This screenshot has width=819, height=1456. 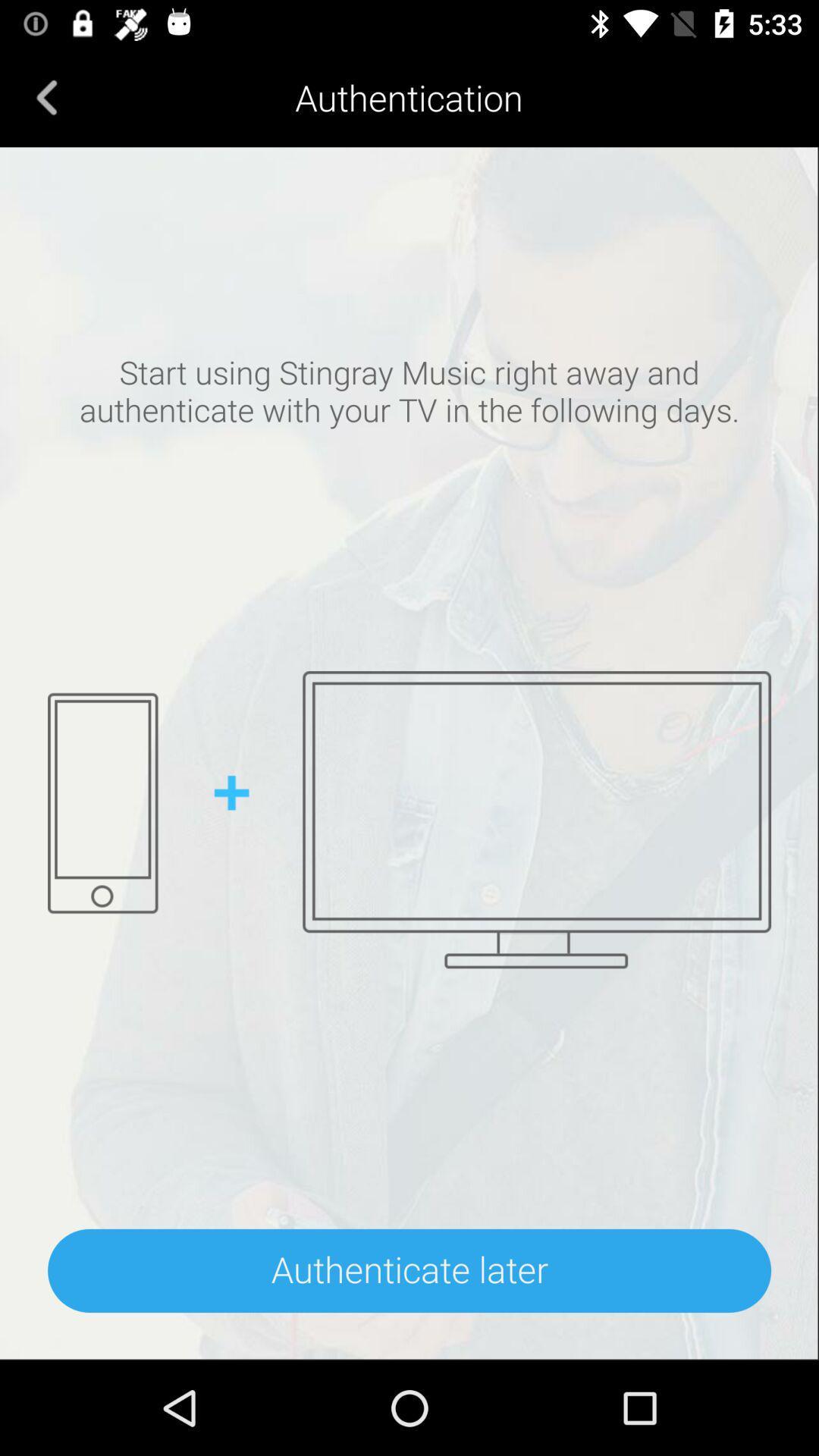 What do you see at coordinates (46, 96) in the screenshot?
I see `the icon at the top left corner` at bounding box center [46, 96].